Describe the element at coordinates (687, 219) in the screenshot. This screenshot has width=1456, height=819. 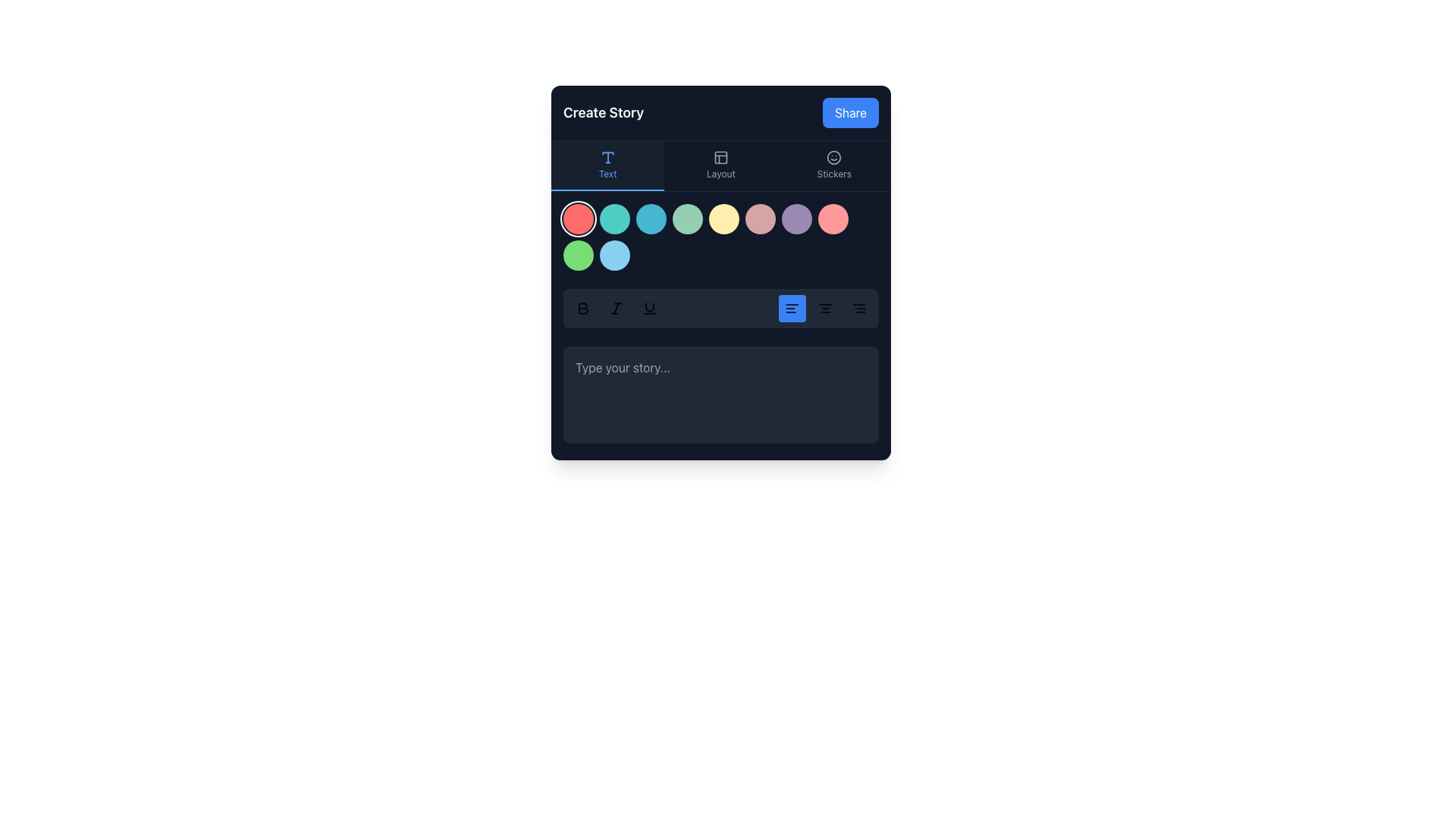
I see `the fourth circular button in the top row of the grid` at that location.